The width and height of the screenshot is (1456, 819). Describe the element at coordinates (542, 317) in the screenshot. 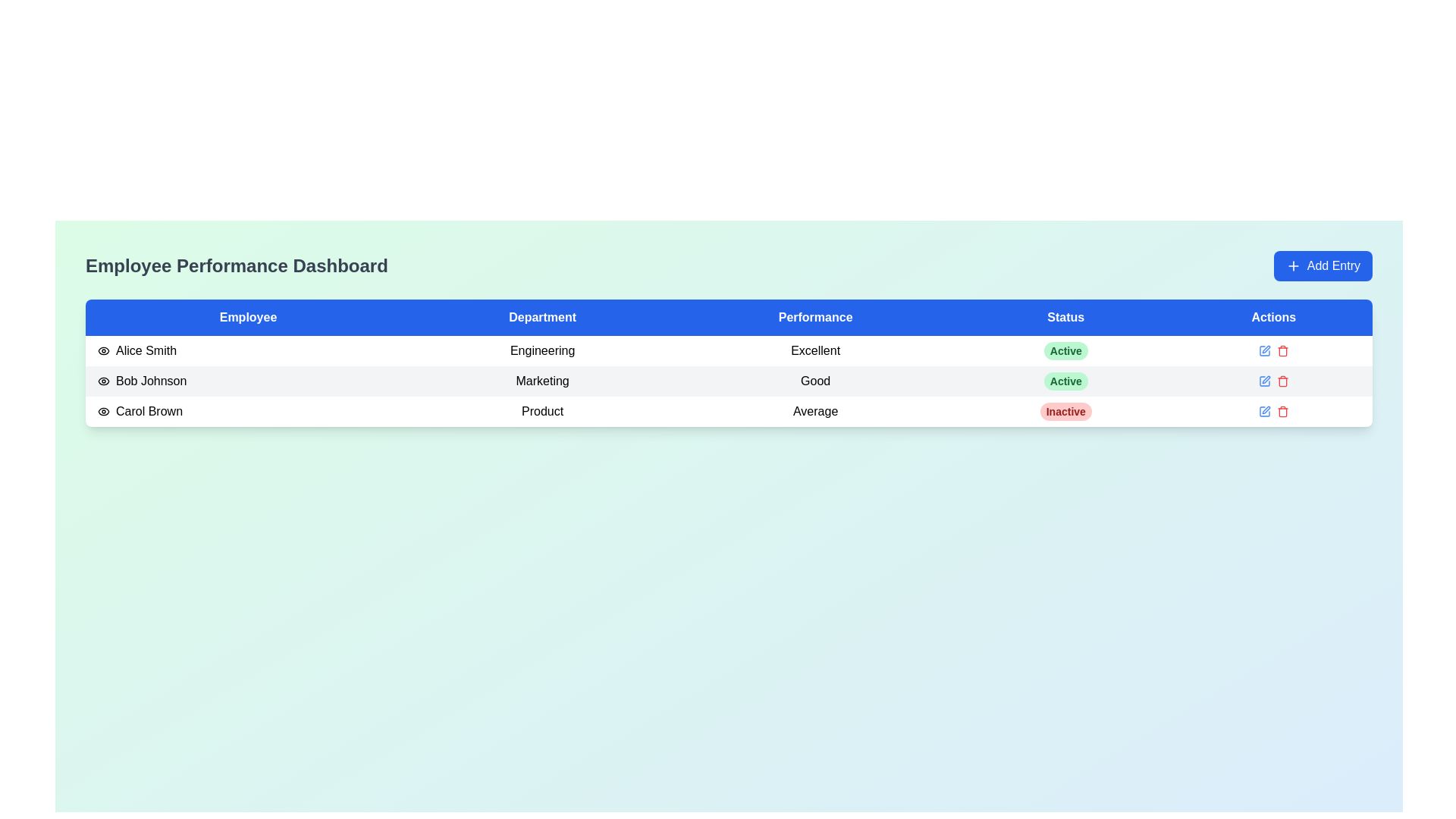

I see `the header label for the department associated with listed employees, which is the second item in the tabular header row between 'Employee' and 'Performance'` at that location.